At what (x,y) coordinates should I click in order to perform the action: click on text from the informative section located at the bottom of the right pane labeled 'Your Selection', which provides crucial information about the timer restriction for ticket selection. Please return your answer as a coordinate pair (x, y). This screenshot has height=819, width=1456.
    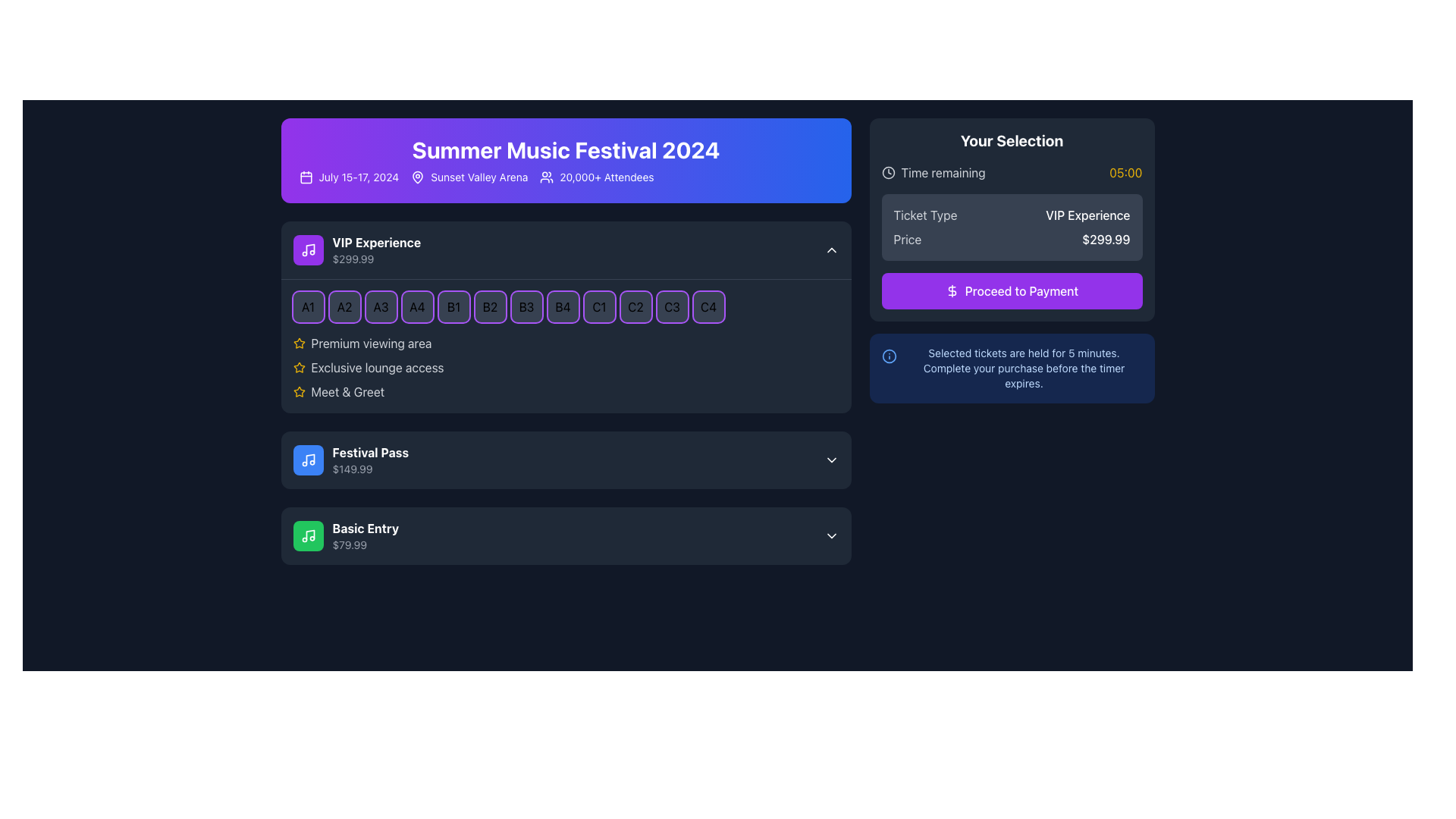
    Looking at the image, I should click on (1012, 369).